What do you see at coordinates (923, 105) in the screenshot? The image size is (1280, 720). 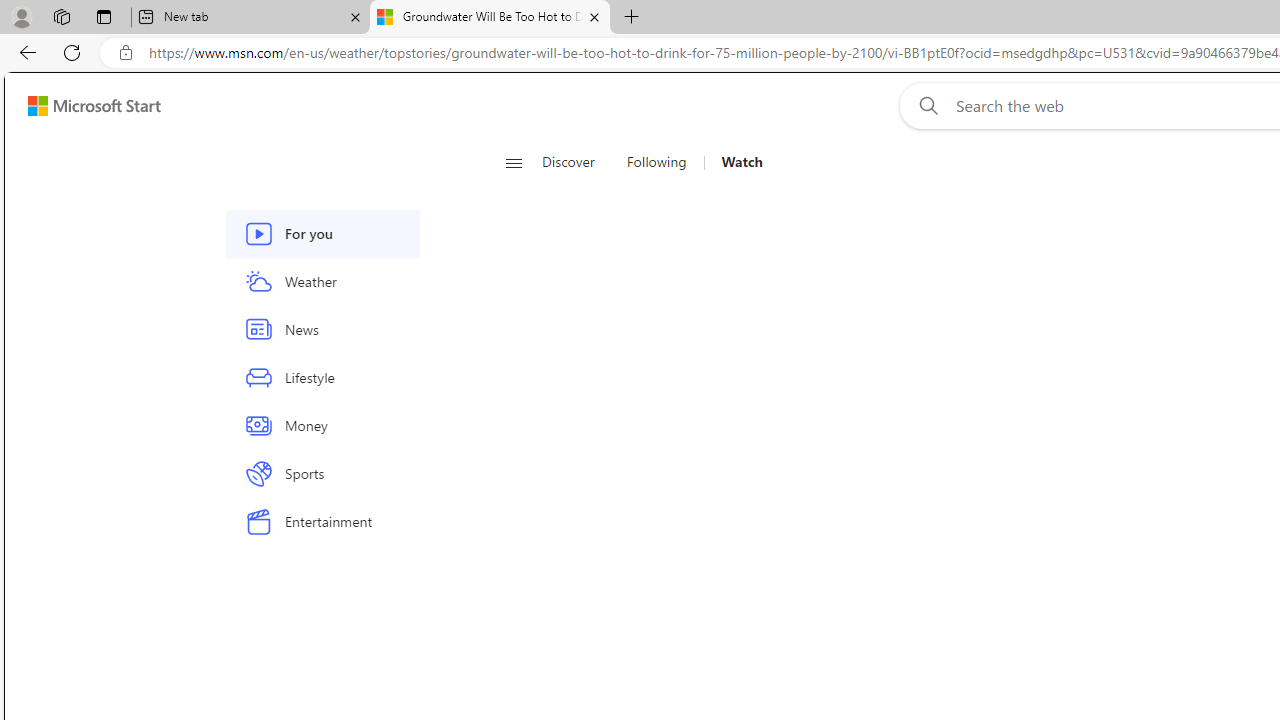 I see `'Web search'` at bounding box center [923, 105].